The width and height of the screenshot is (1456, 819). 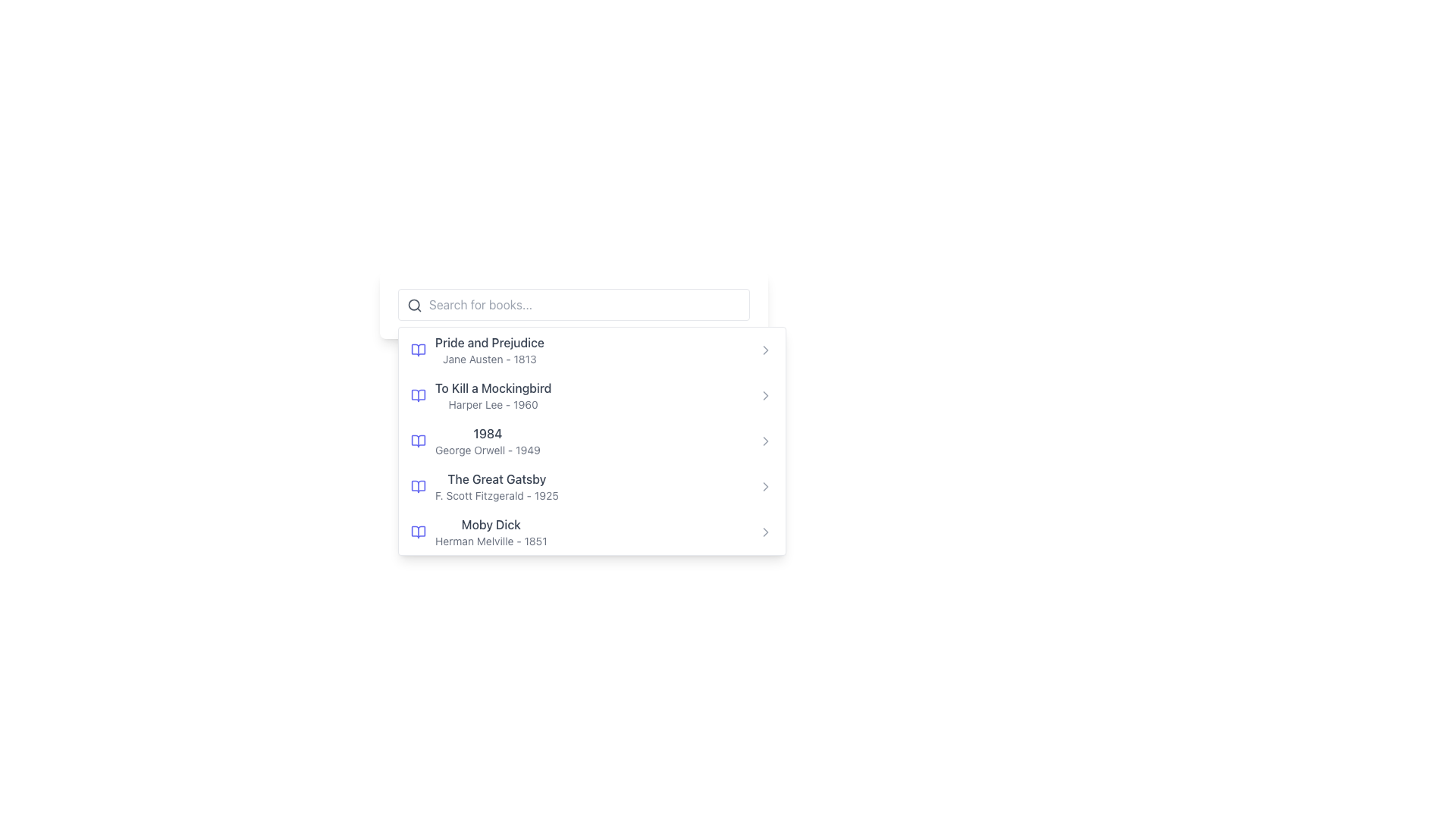 I want to click on the chevron icon located at the far right of the fourth row for the book 'The Great Gatsby' by F. Scott Fitzgerald, so click(x=765, y=486).